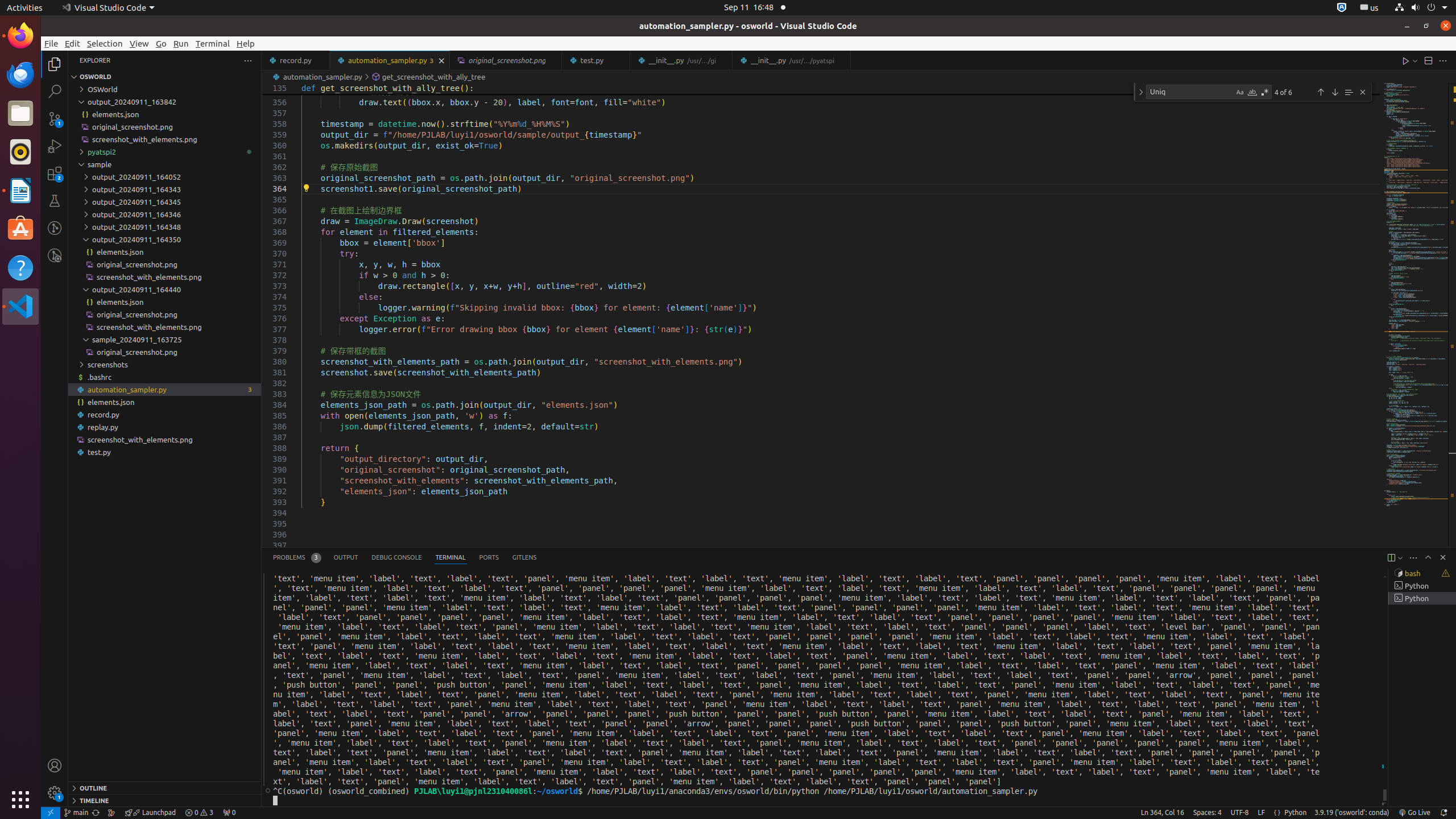 Image resolution: width=1456 pixels, height=819 pixels. What do you see at coordinates (1442, 60) in the screenshot?
I see `'More Actions...'` at bounding box center [1442, 60].